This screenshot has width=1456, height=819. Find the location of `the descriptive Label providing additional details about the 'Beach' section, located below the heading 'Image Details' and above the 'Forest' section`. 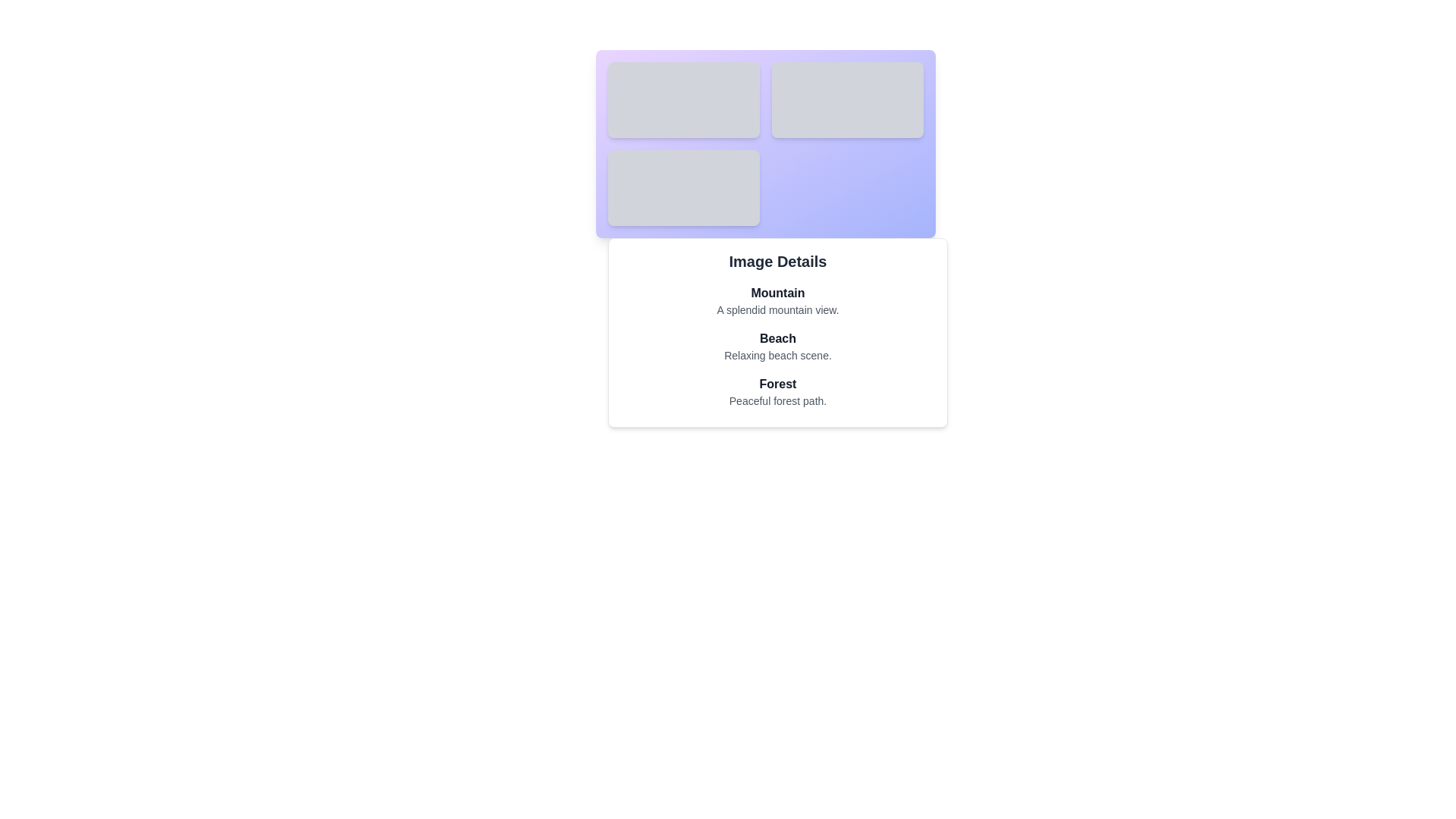

the descriptive Label providing additional details about the 'Beach' section, located below the heading 'Image Details' and above the 'Forest' section is located at coordinates (778, 356).